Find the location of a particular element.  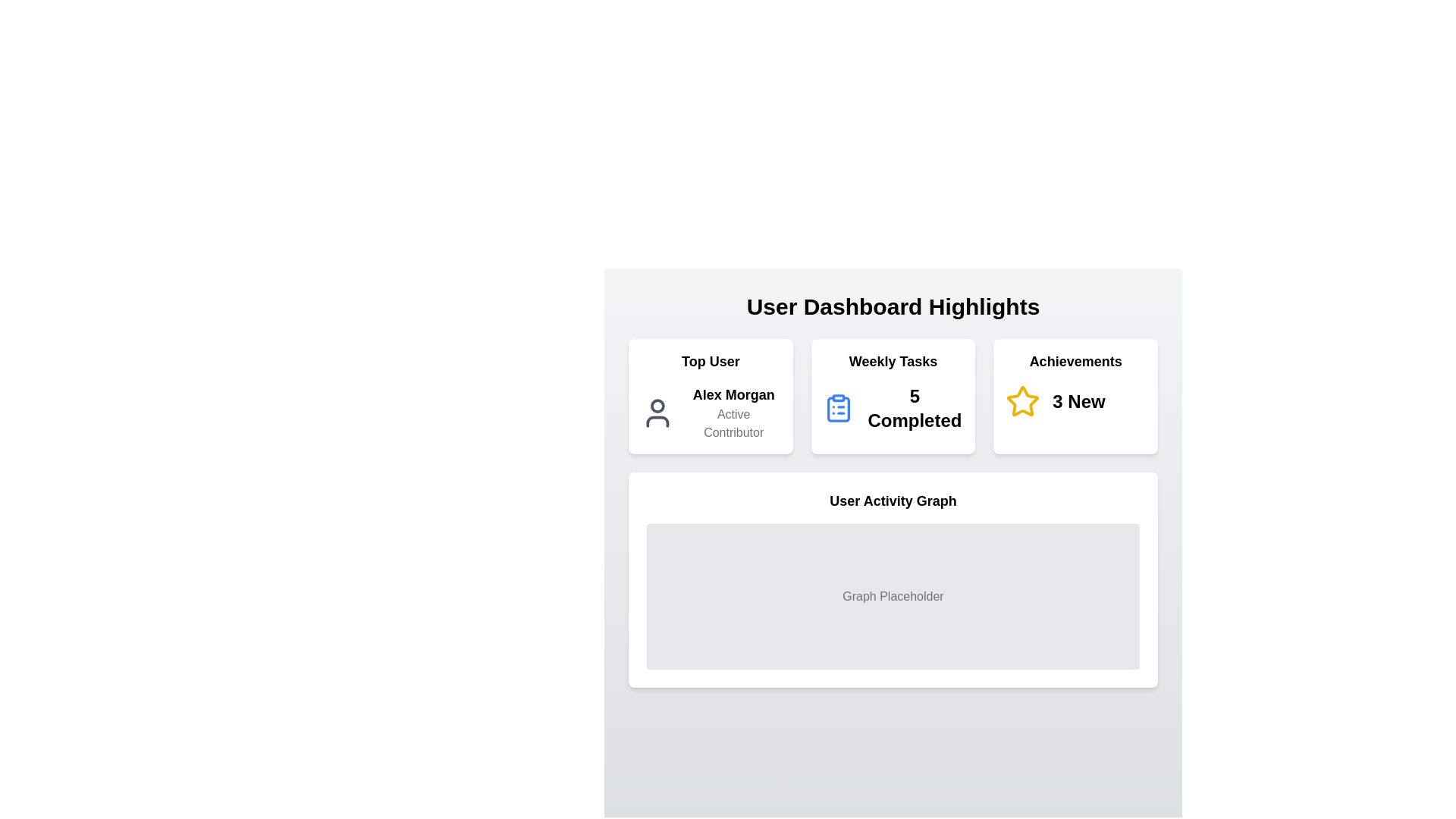

details displayed on the informational card that highlights the top user of the platform, positioned at the top left corner of a grid layout is located at coordinates (710, 396).